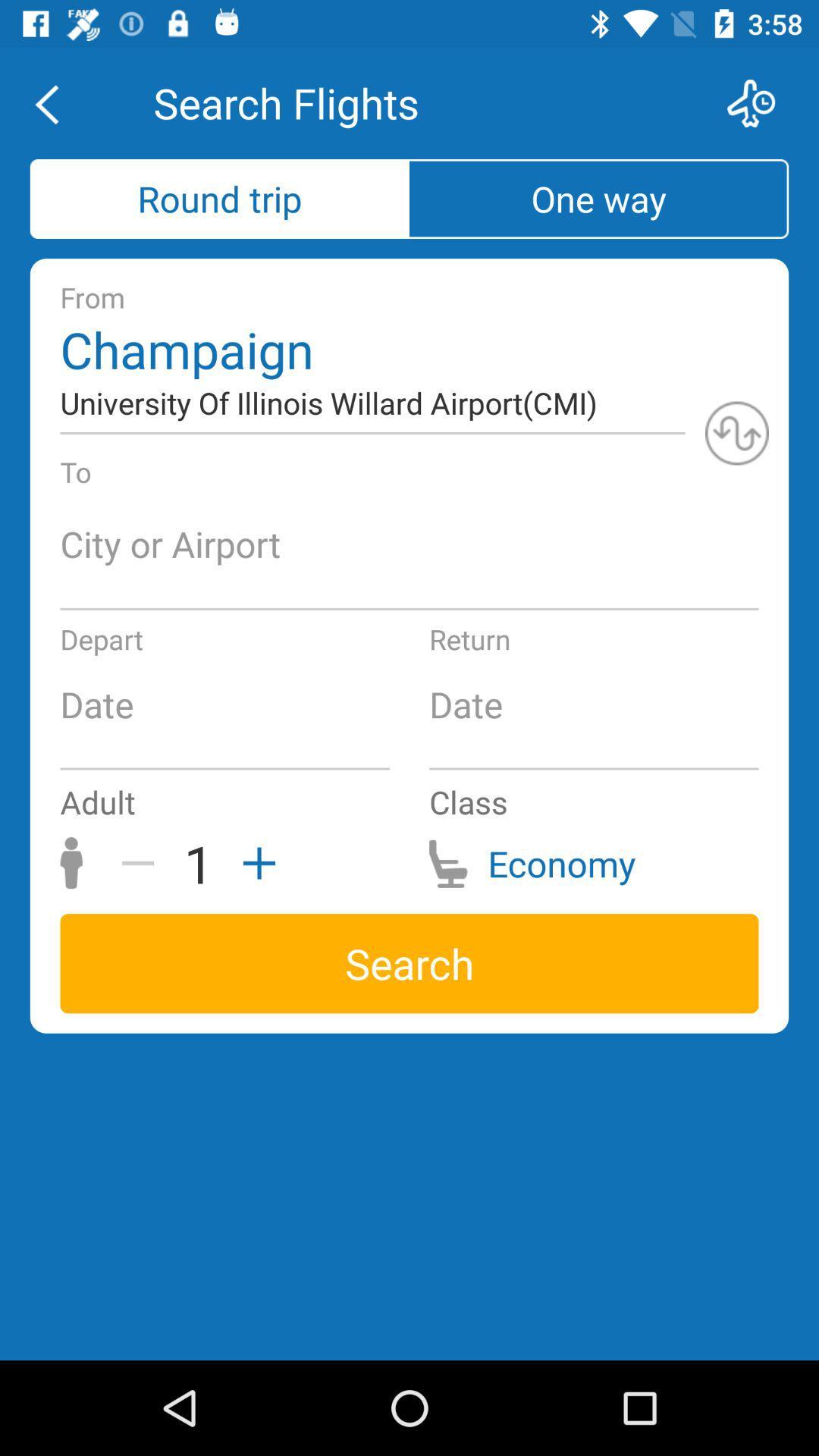  I want to click on flights options, so click(761, 102).